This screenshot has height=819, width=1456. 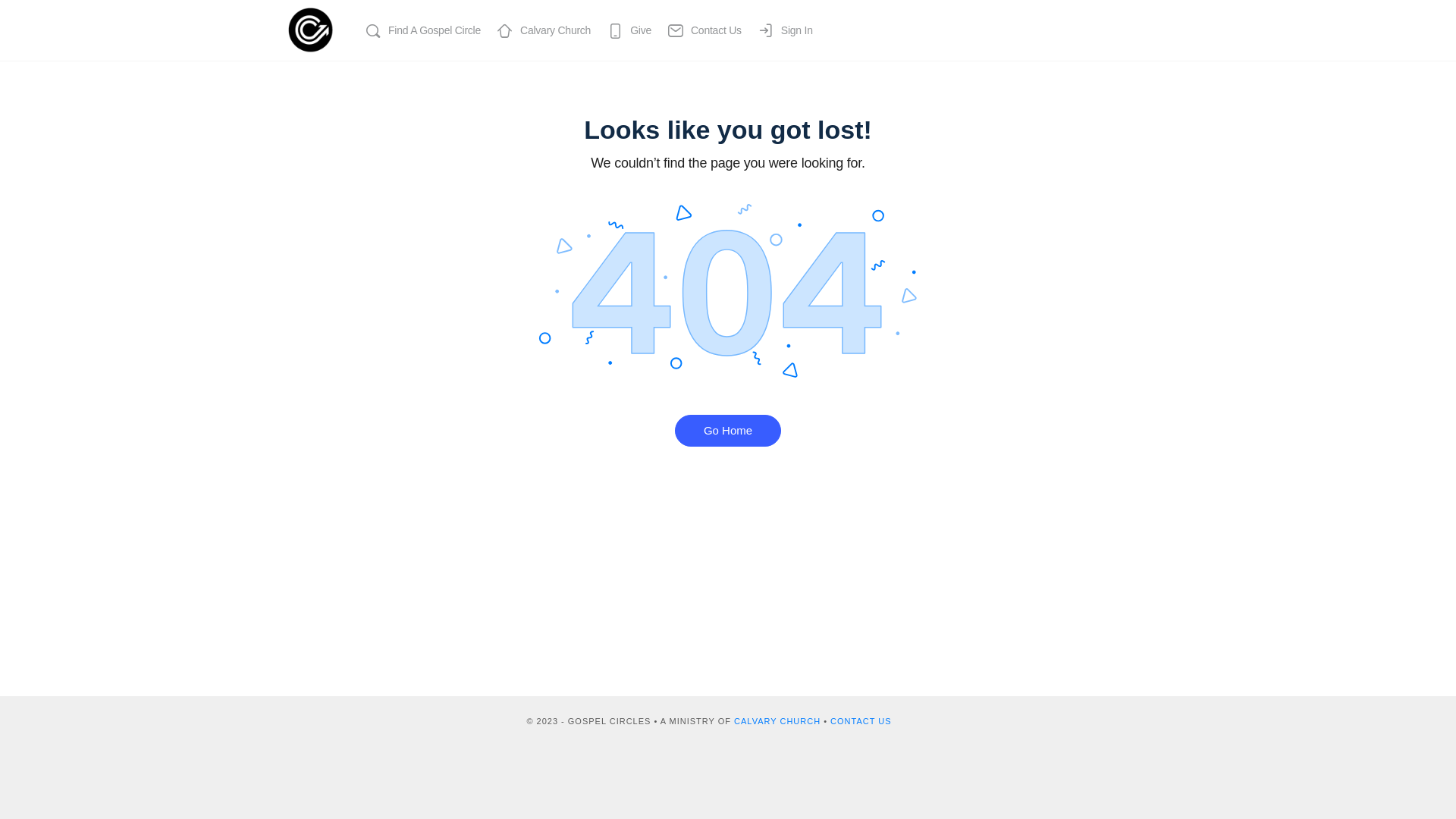 I want to click on 'Go Home', so click(x=728, y=430).